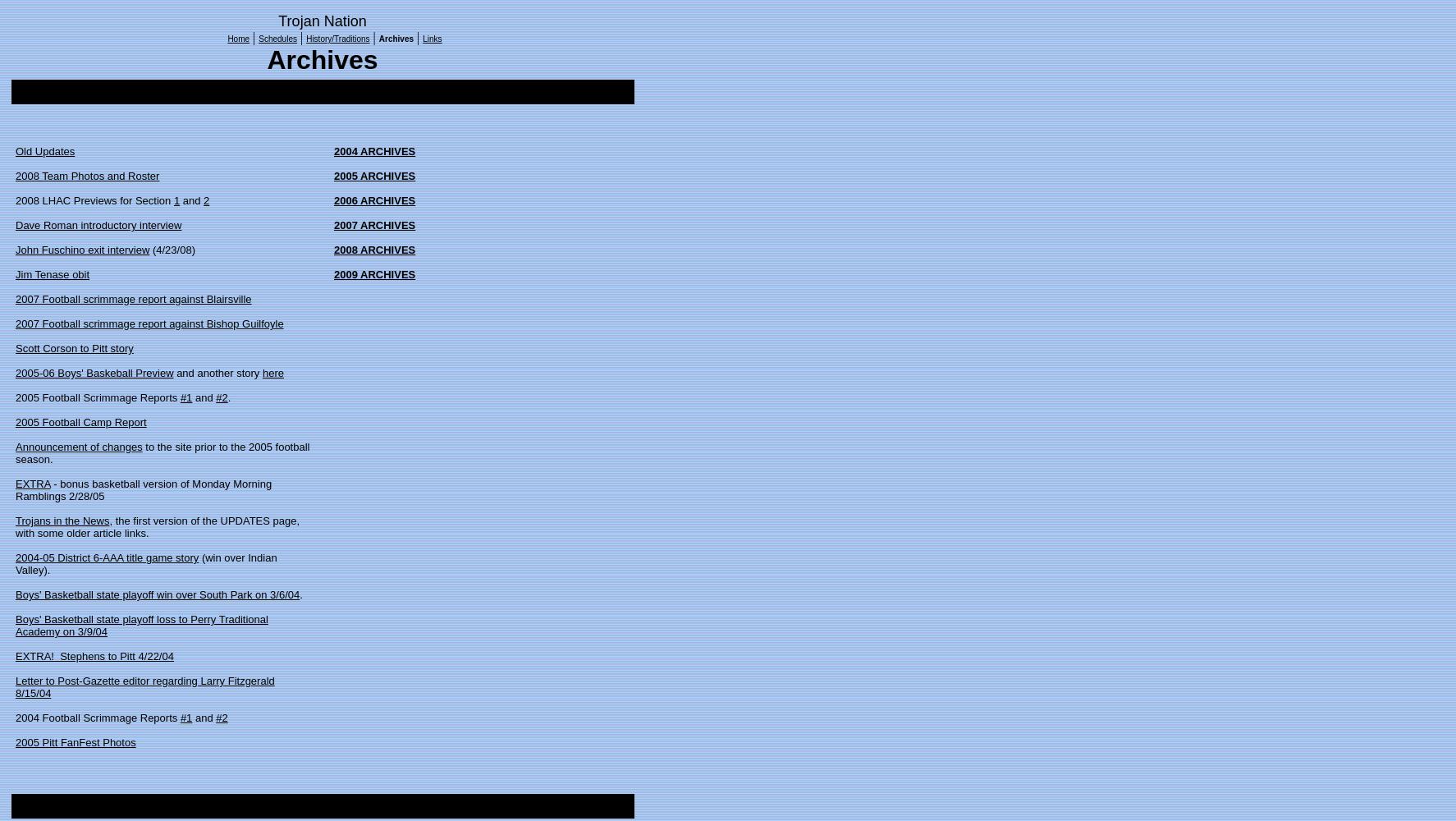  What do you see at coordinates (374, 273) in the screenshot?
I see `'2009 ARCHIVES'` at bounding box center [374, 273].